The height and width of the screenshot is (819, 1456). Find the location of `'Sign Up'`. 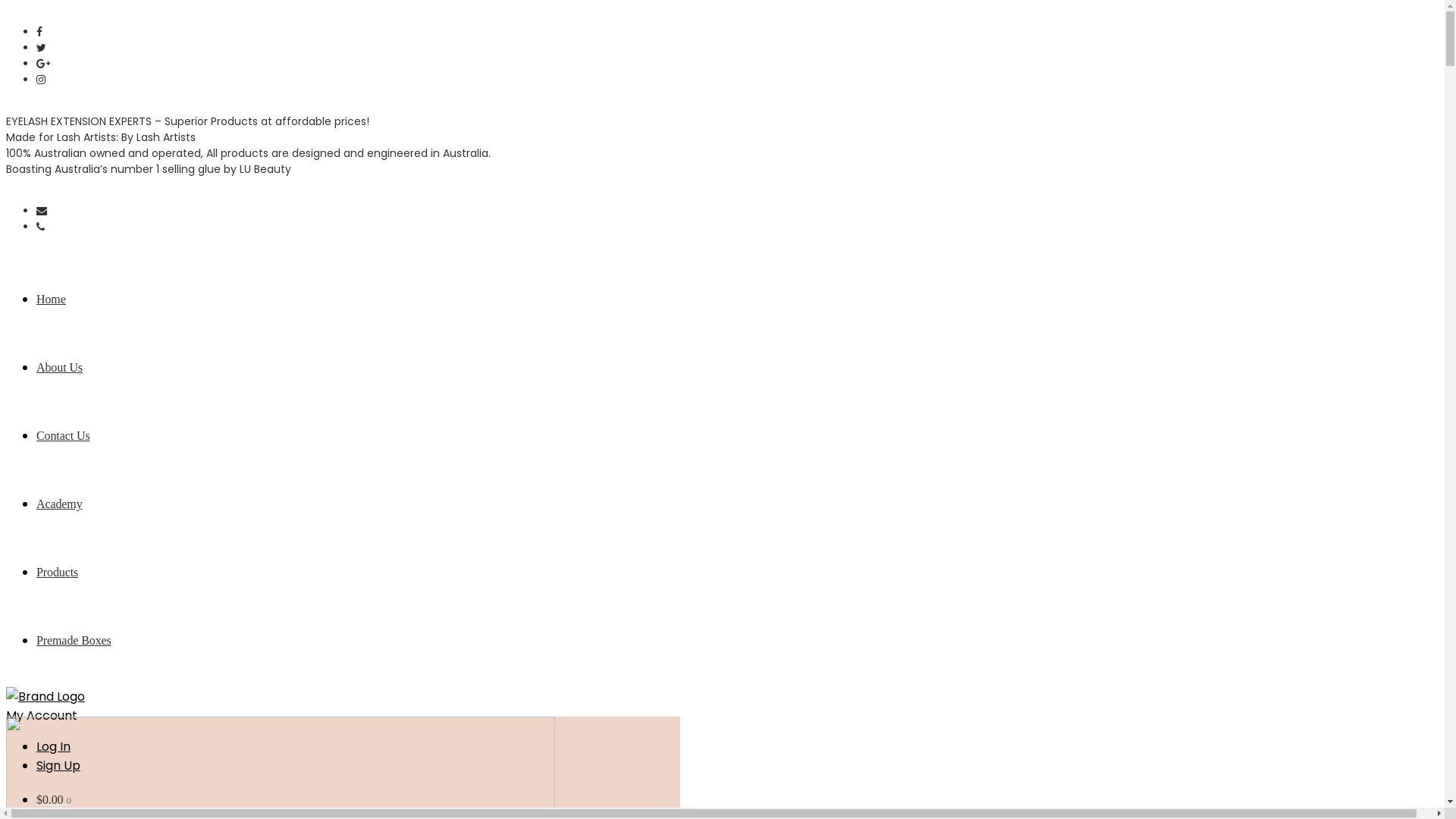

'Sign Up' is located at coordinates (58, 765).